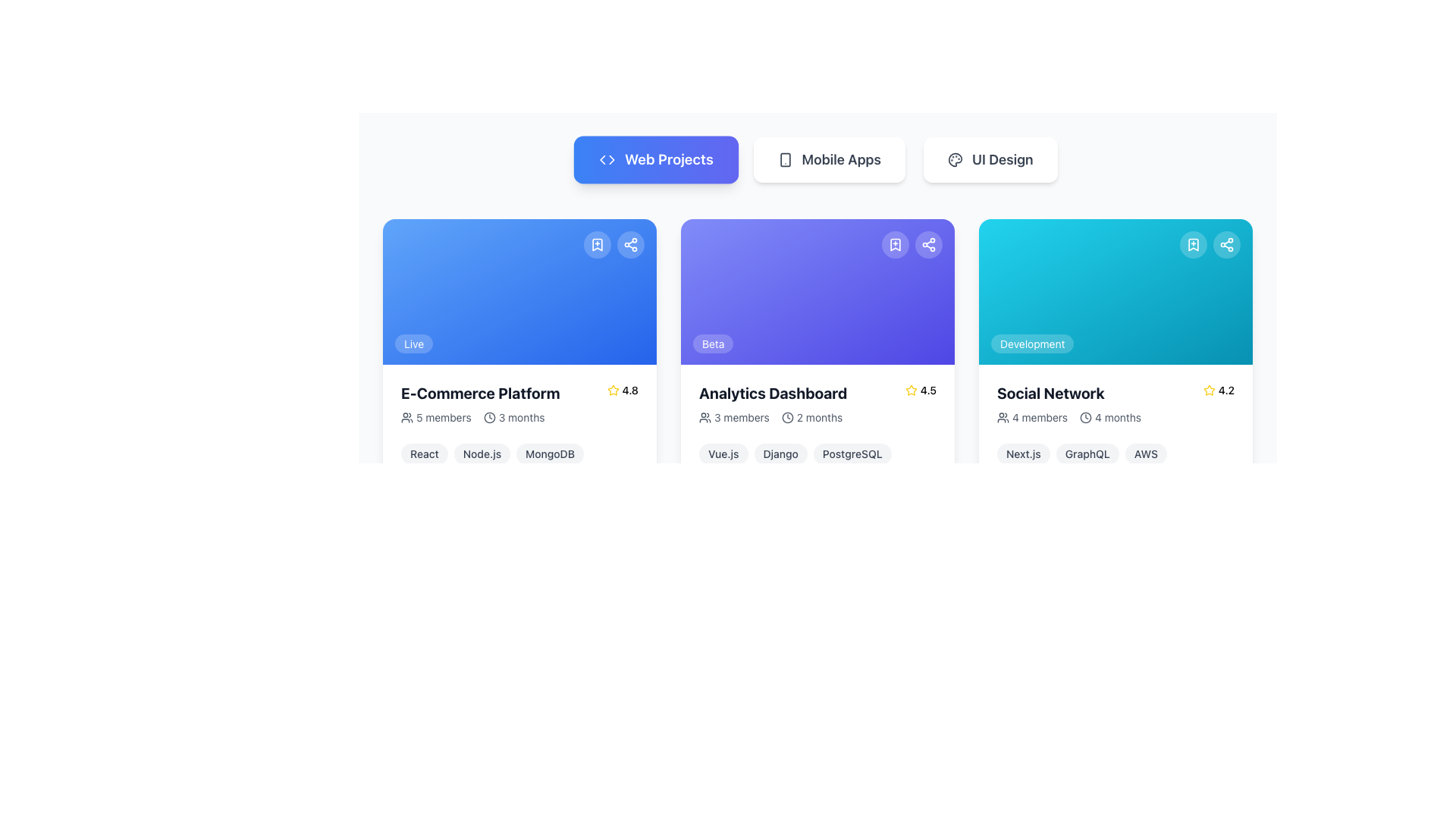 The image size is (1456, 819). What do you see at coordinates (1219, 390) in the screenshot?
I see `the Rating display widget, which features a yellow star icon and the text '4.2', located in the top-right corner of the 'Social Network' card` at bounding box center [1219, 390].